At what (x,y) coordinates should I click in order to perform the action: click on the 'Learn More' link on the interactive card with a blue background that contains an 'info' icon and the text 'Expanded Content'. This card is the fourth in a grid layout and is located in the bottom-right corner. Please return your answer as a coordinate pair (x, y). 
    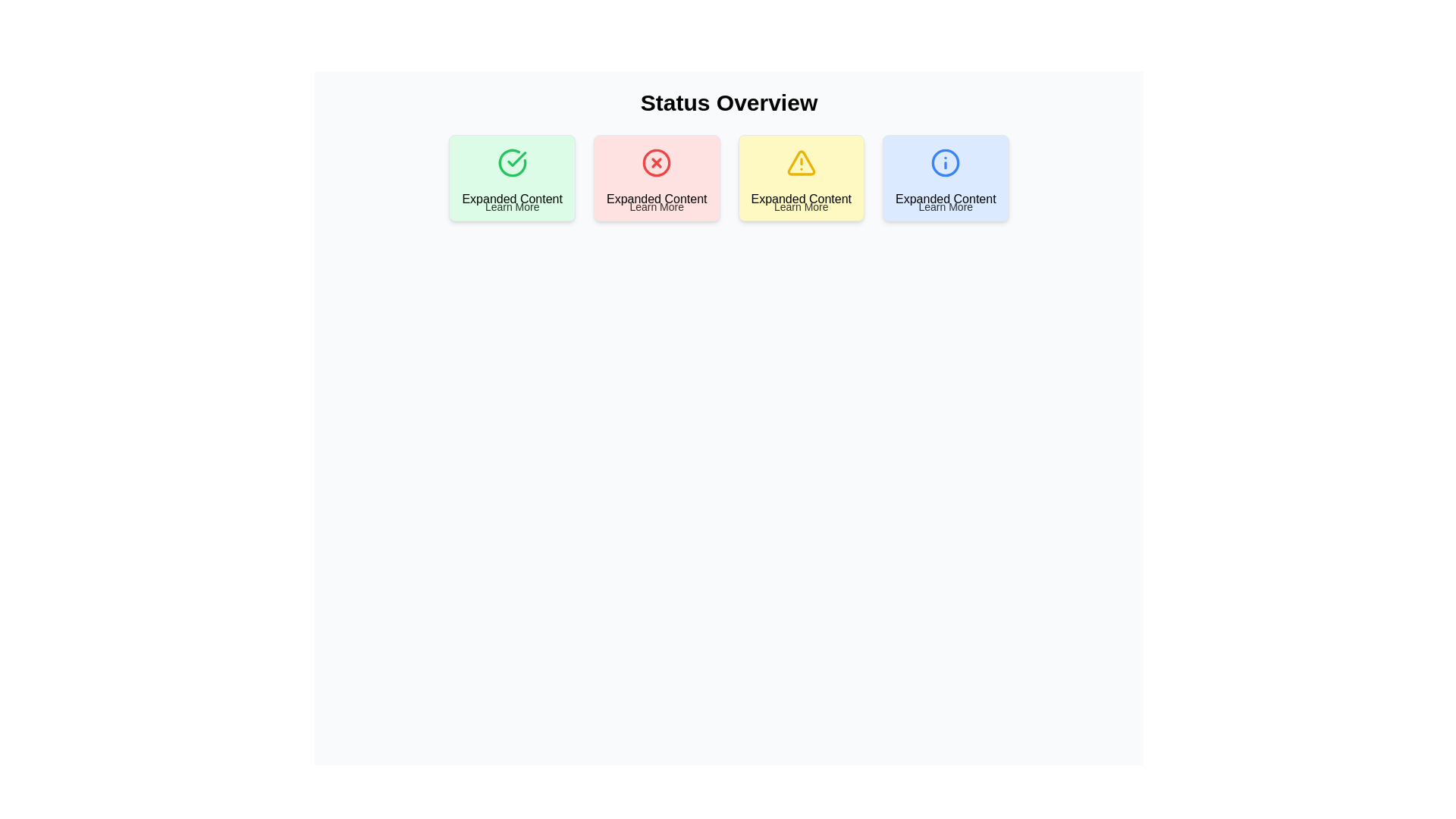
    Looking at the image, I should click on (945, 177).